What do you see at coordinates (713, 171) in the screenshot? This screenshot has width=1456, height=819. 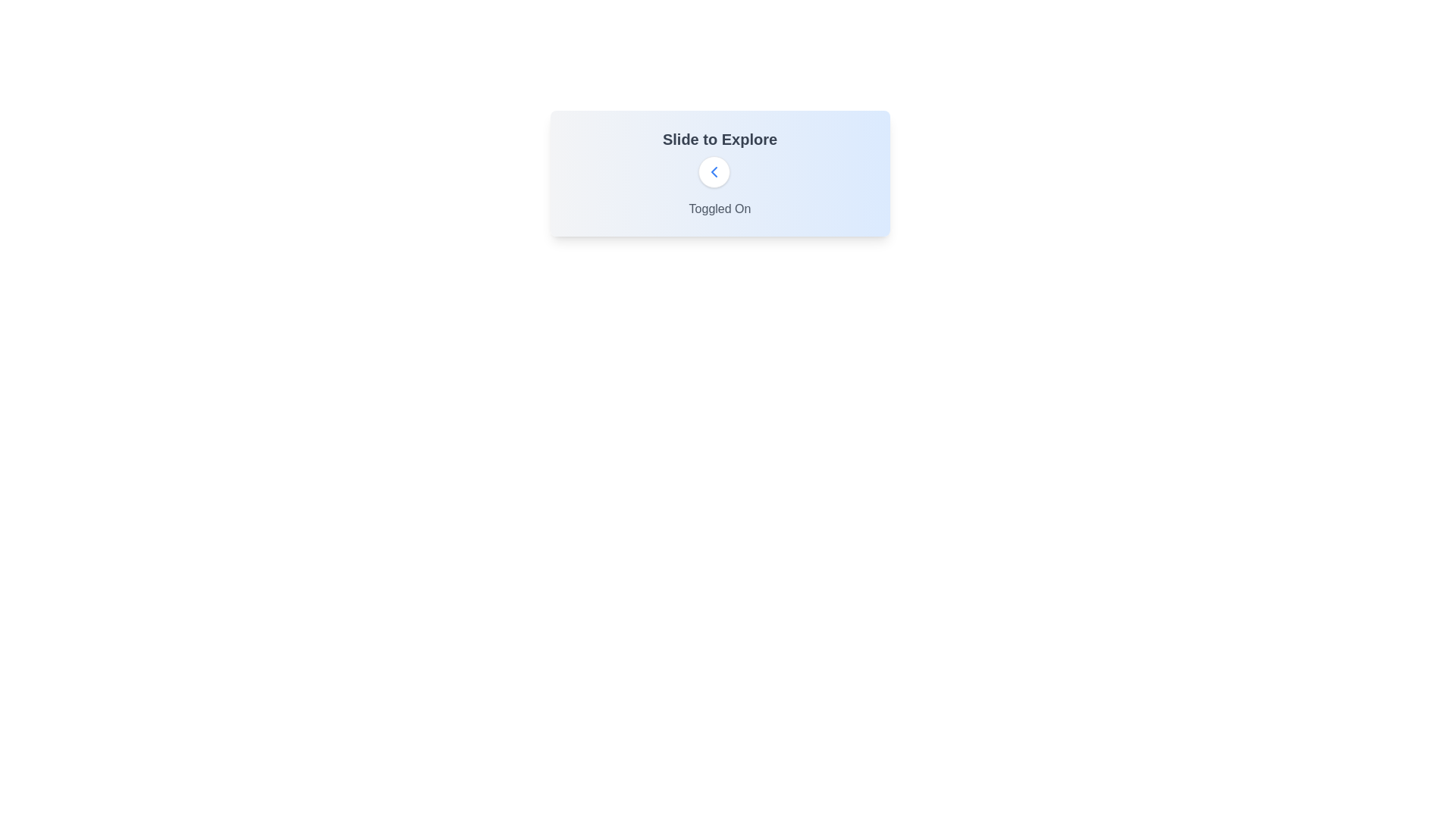 I see `the blue left-pointing chevron icon, which is enclosed in a circular button with a white background, located between the 'Slide` at bounding box center [713, 171].